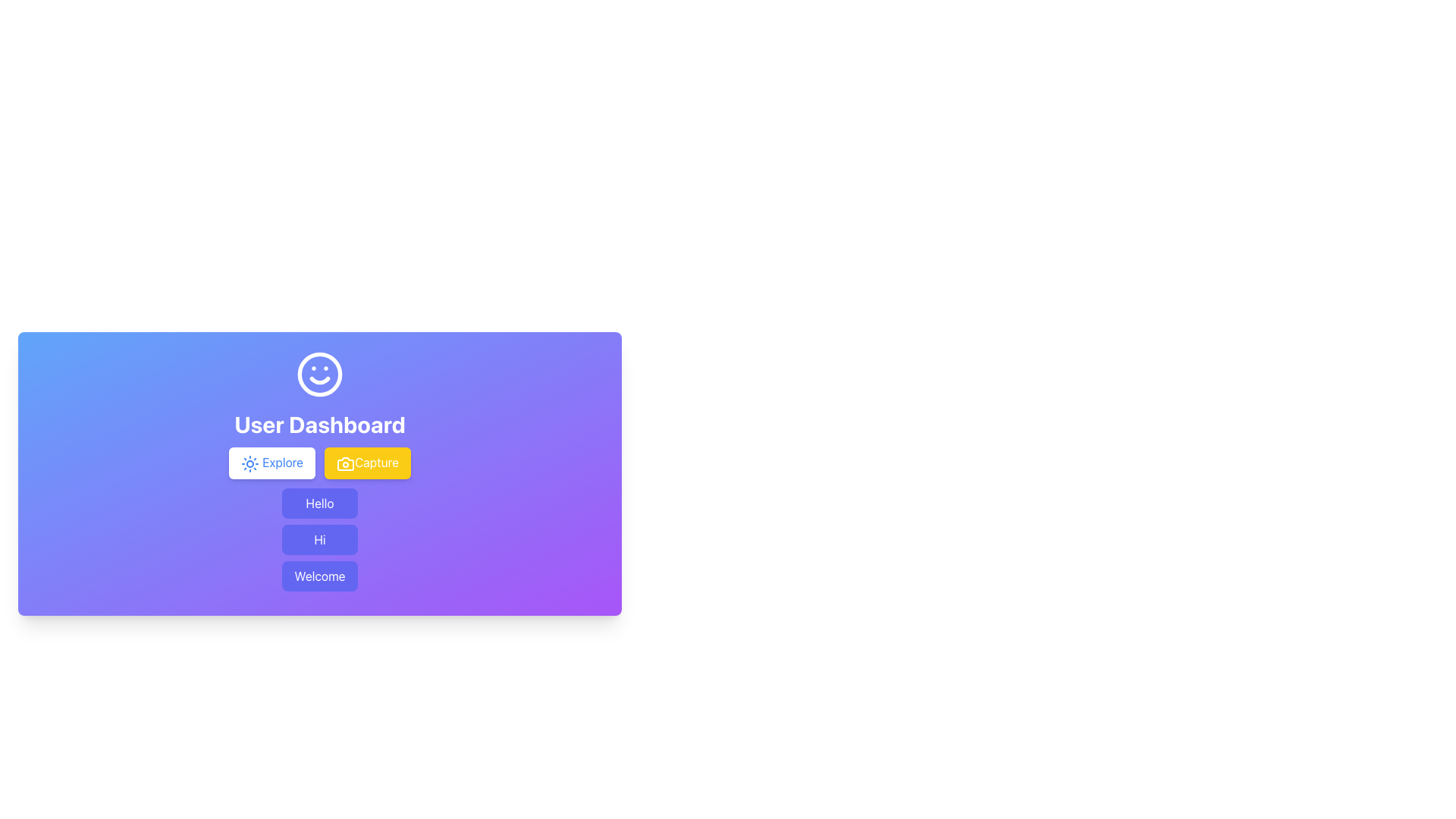 The height and width of the screenshot is (819, 1456). Describe the element at coordinates (319, 576) in the screenshot. I see `the 'Welcome' label, which is the third button in a vertical arrangement of buttons styled with white font on an indigo background` at that location.